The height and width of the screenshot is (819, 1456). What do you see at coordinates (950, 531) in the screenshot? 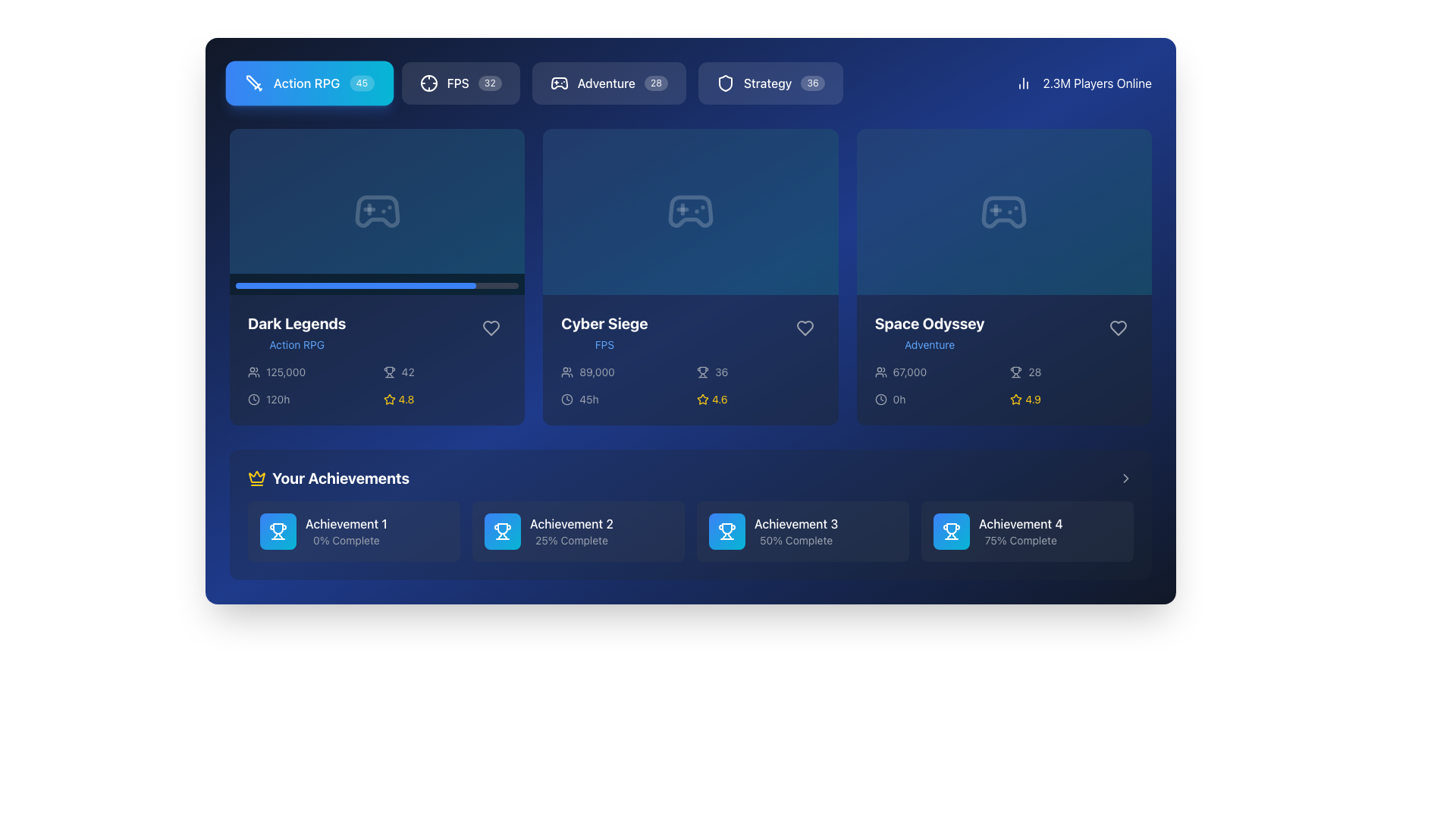
I see `the icon representing the achievement status for 'Achievement 4', located` at bounding box center [950, 531].